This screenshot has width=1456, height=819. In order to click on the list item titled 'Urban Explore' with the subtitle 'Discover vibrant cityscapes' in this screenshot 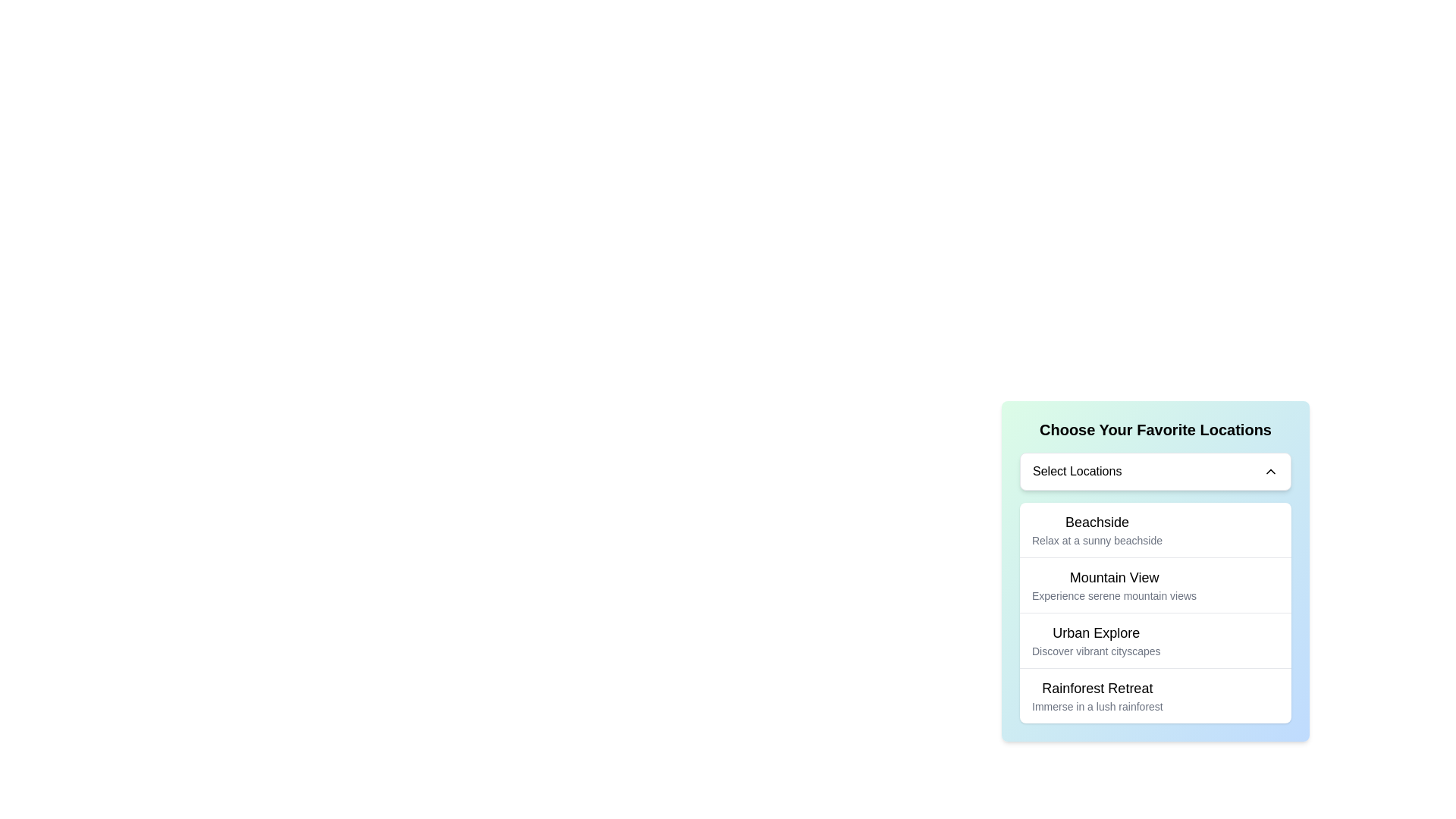, I will do `click(1154, 640)`.